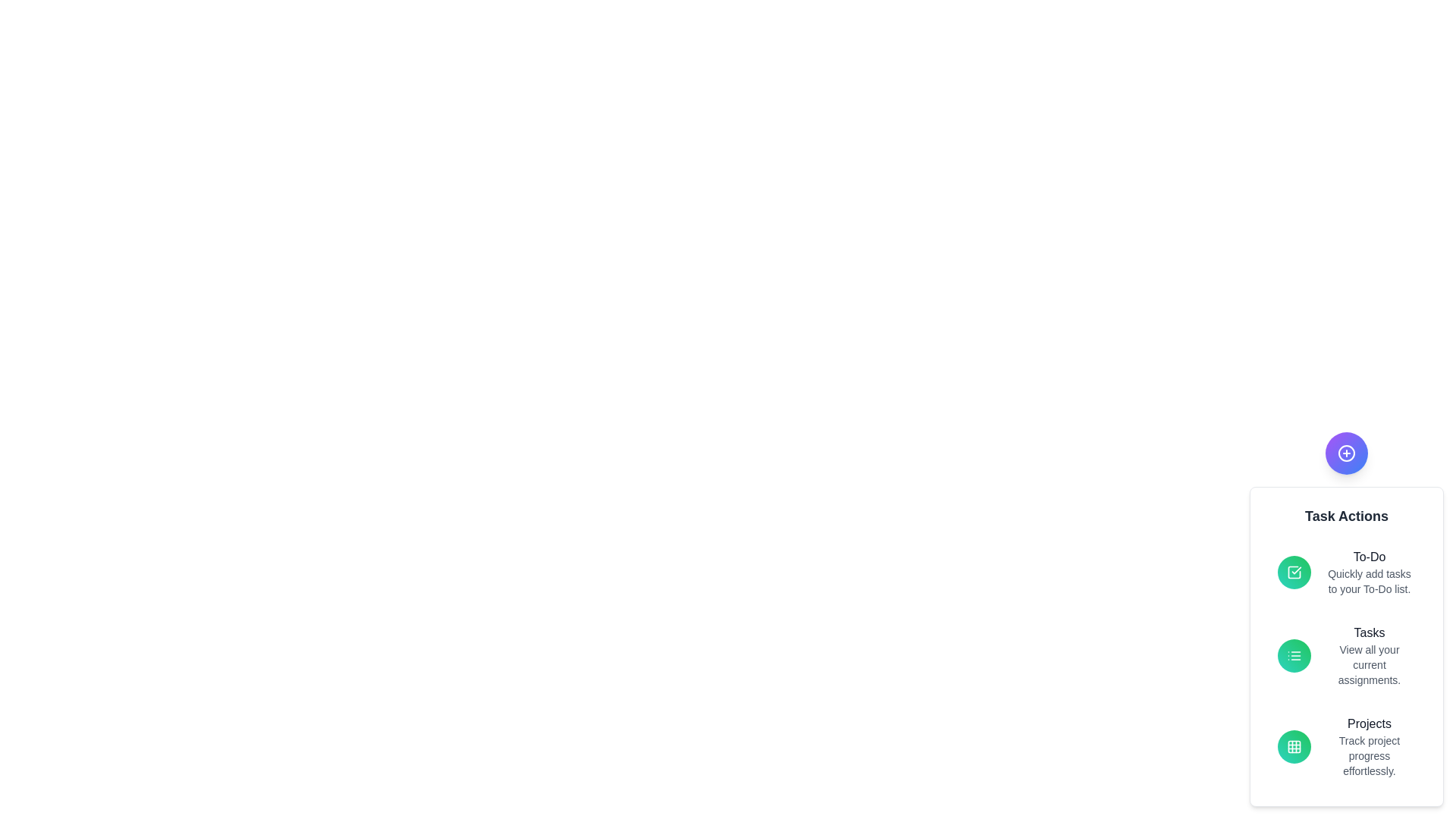 Image resolution: width=1456 pixels, height=819 pixels. What do you see at coordinates (1369, 723) in the screenshot?
I see `the action Projects from the Task Actions menu` at bounding box center [1369, 723].